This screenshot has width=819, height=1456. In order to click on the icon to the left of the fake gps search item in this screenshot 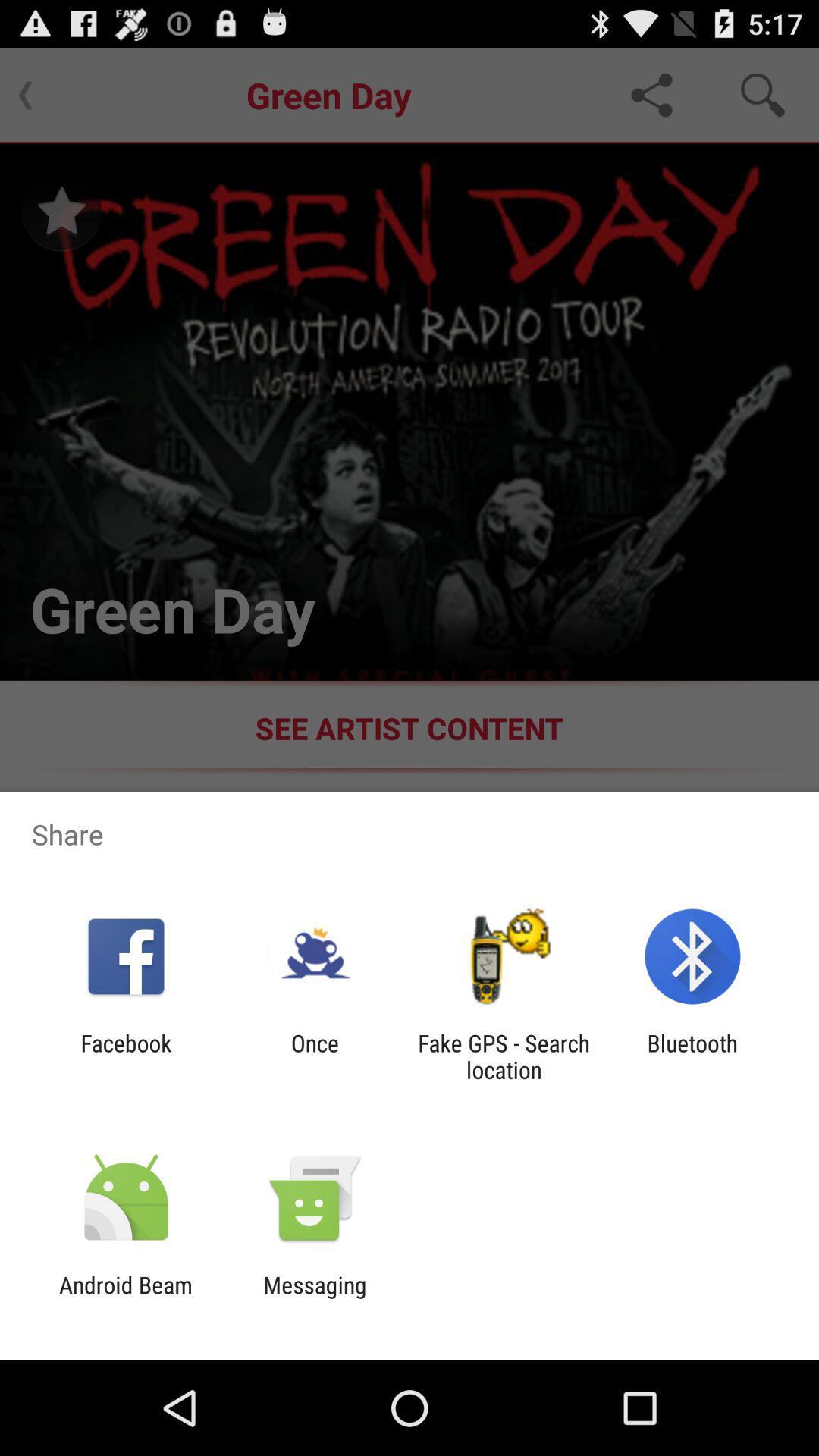, I will do `click(314, 1056)`.